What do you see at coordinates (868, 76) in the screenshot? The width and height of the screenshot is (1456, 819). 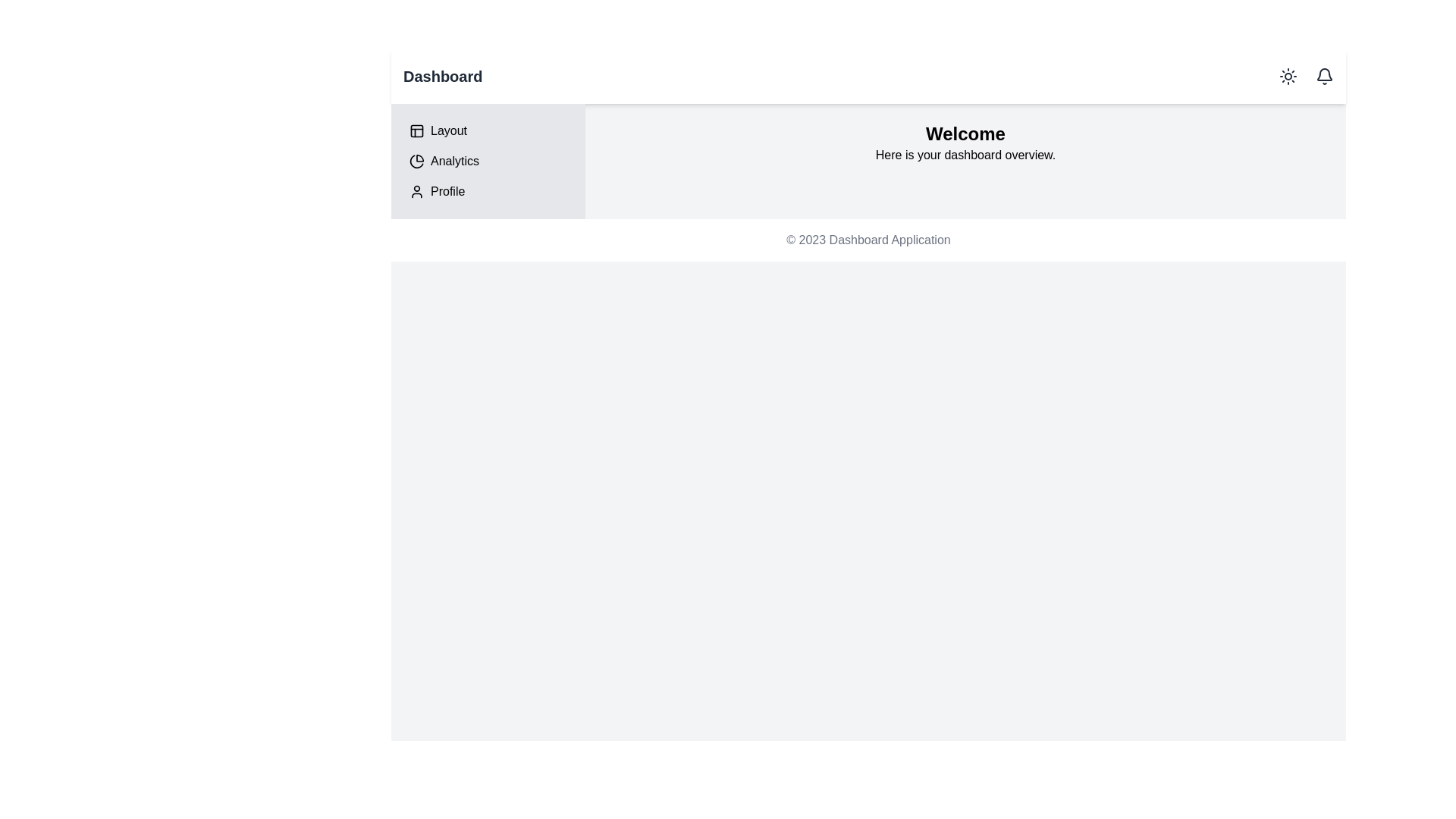 I see `the Navigation Bar at the top of the web page` at bounding box center [868, 76].